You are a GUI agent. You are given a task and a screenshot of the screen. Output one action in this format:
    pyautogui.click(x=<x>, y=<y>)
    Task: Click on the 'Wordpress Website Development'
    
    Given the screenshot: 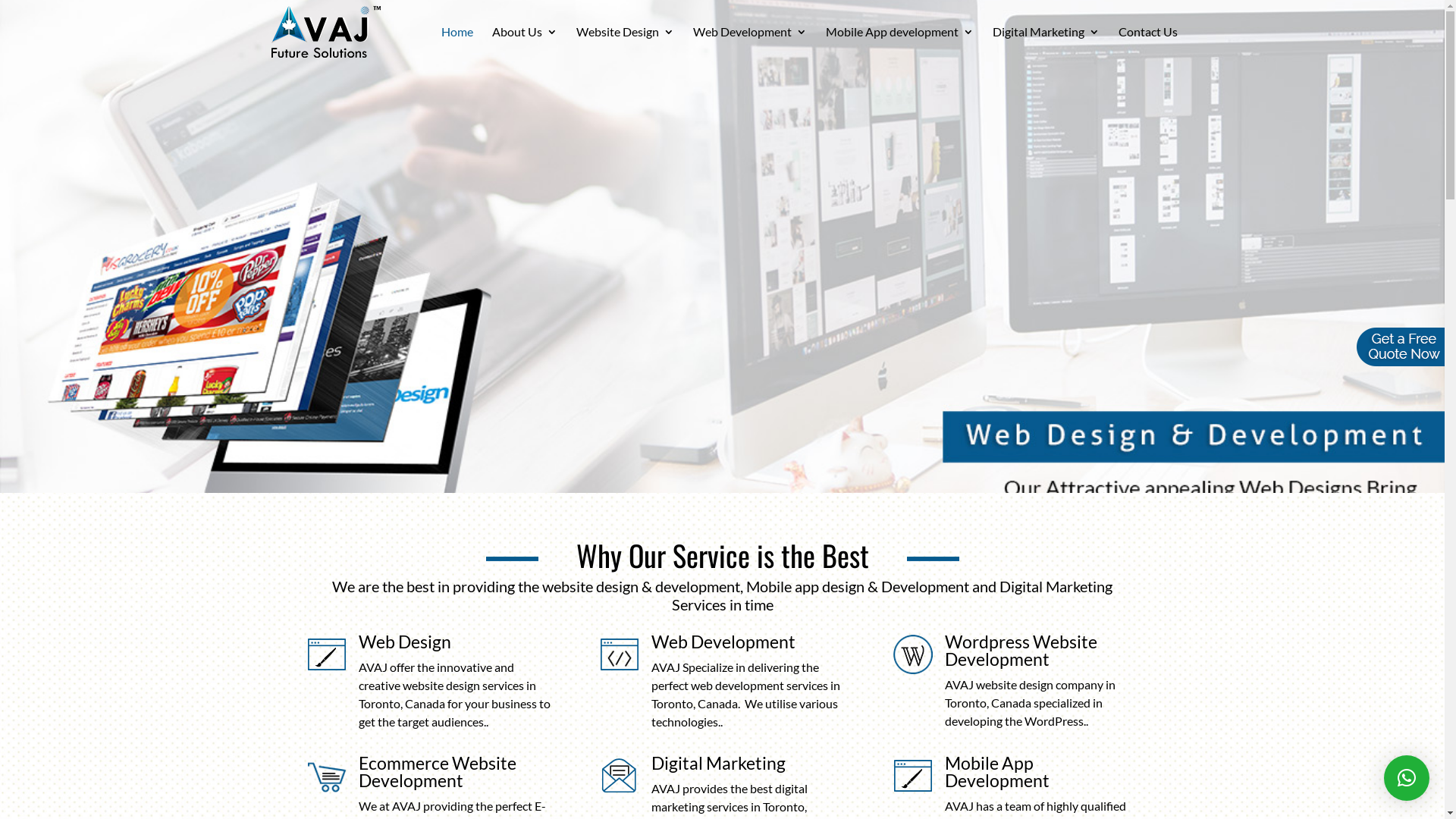 What is the action you would take?
    pyautogui.click(x=944, y=649)
    